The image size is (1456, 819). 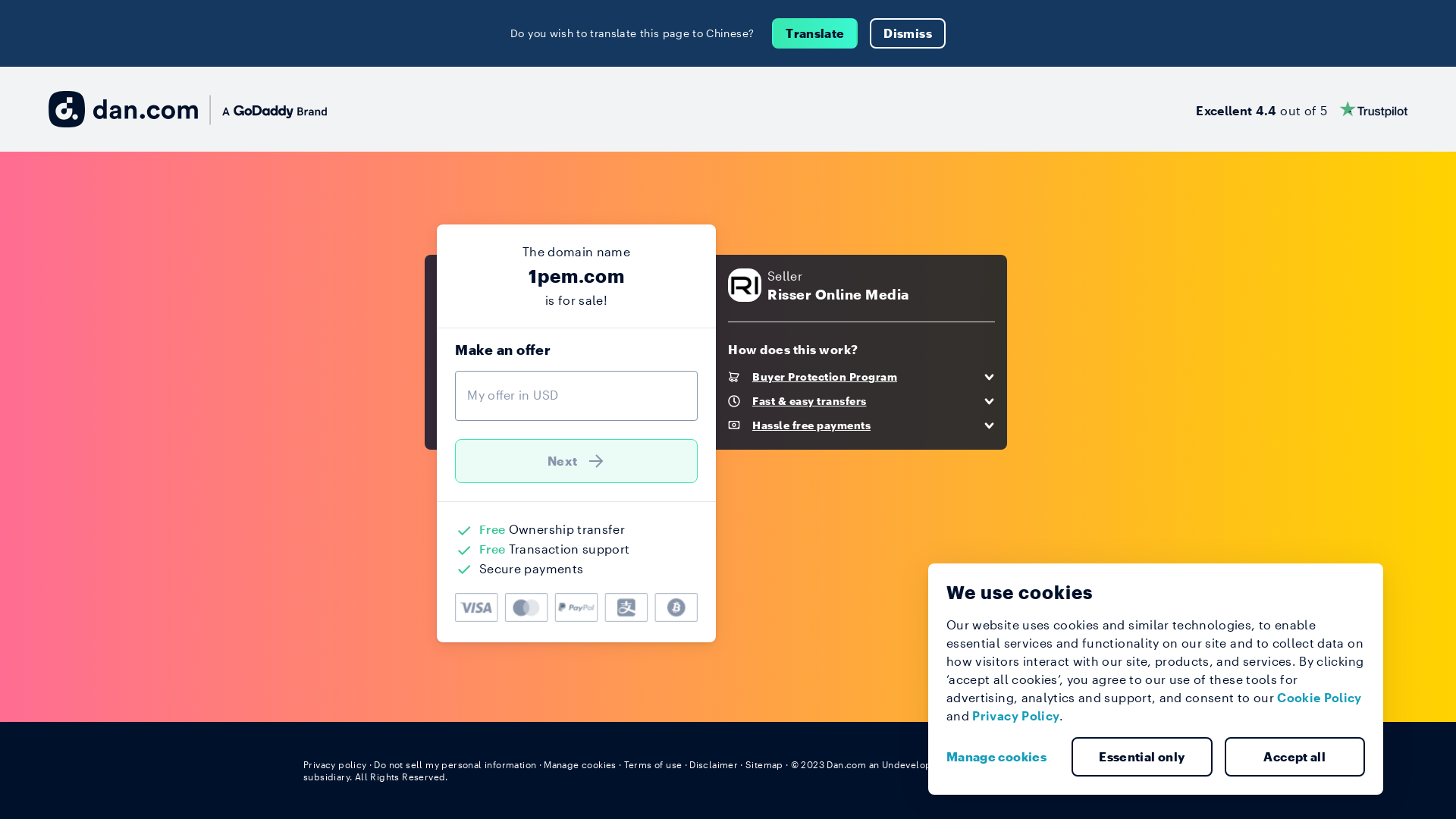 What do you see at coordinates (575, 460) in the screenshot?
I see `'Next` at bounding box center [575, 460].